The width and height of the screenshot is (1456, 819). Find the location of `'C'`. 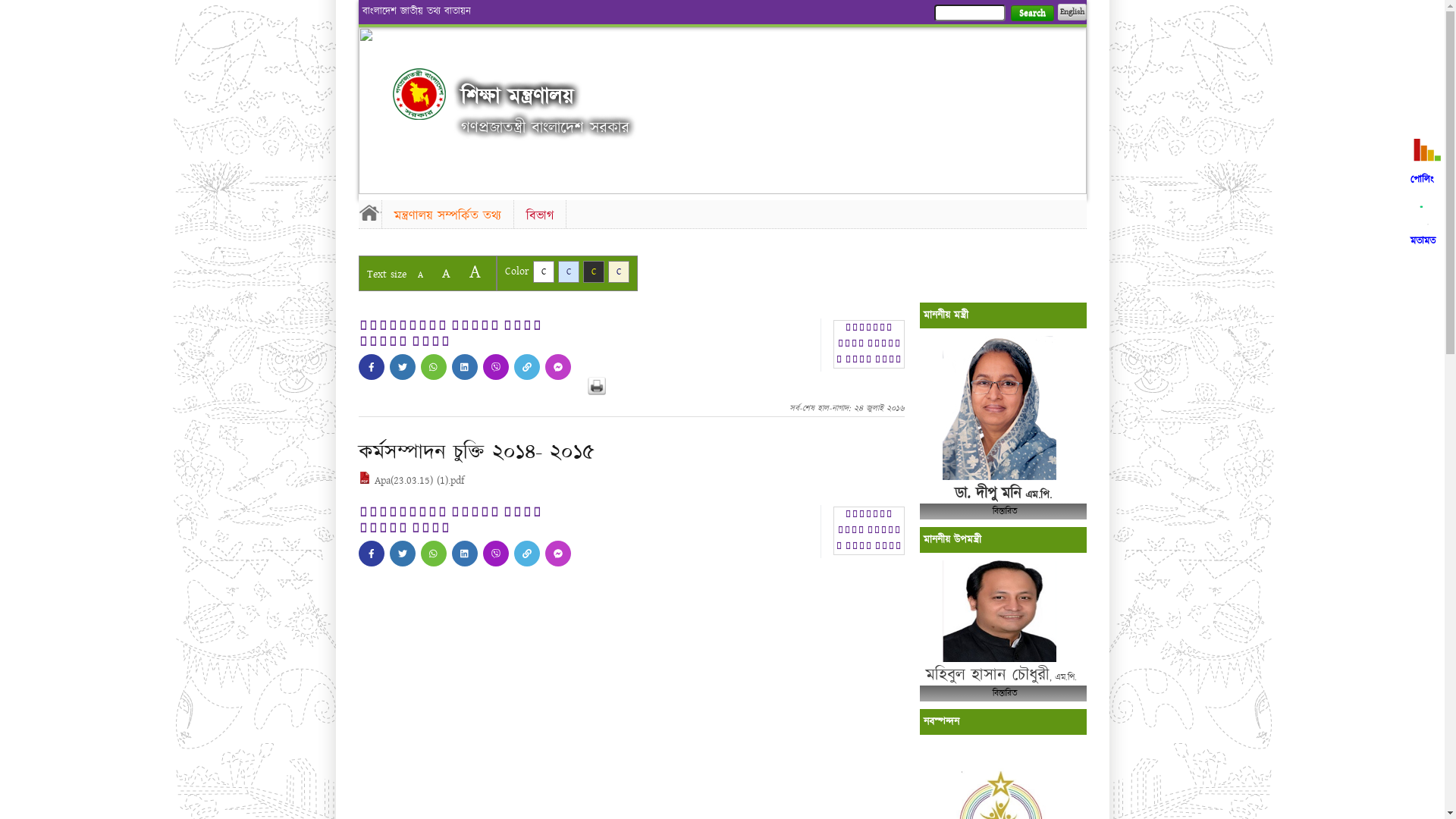

'C' is located at coordinates (567, 271).